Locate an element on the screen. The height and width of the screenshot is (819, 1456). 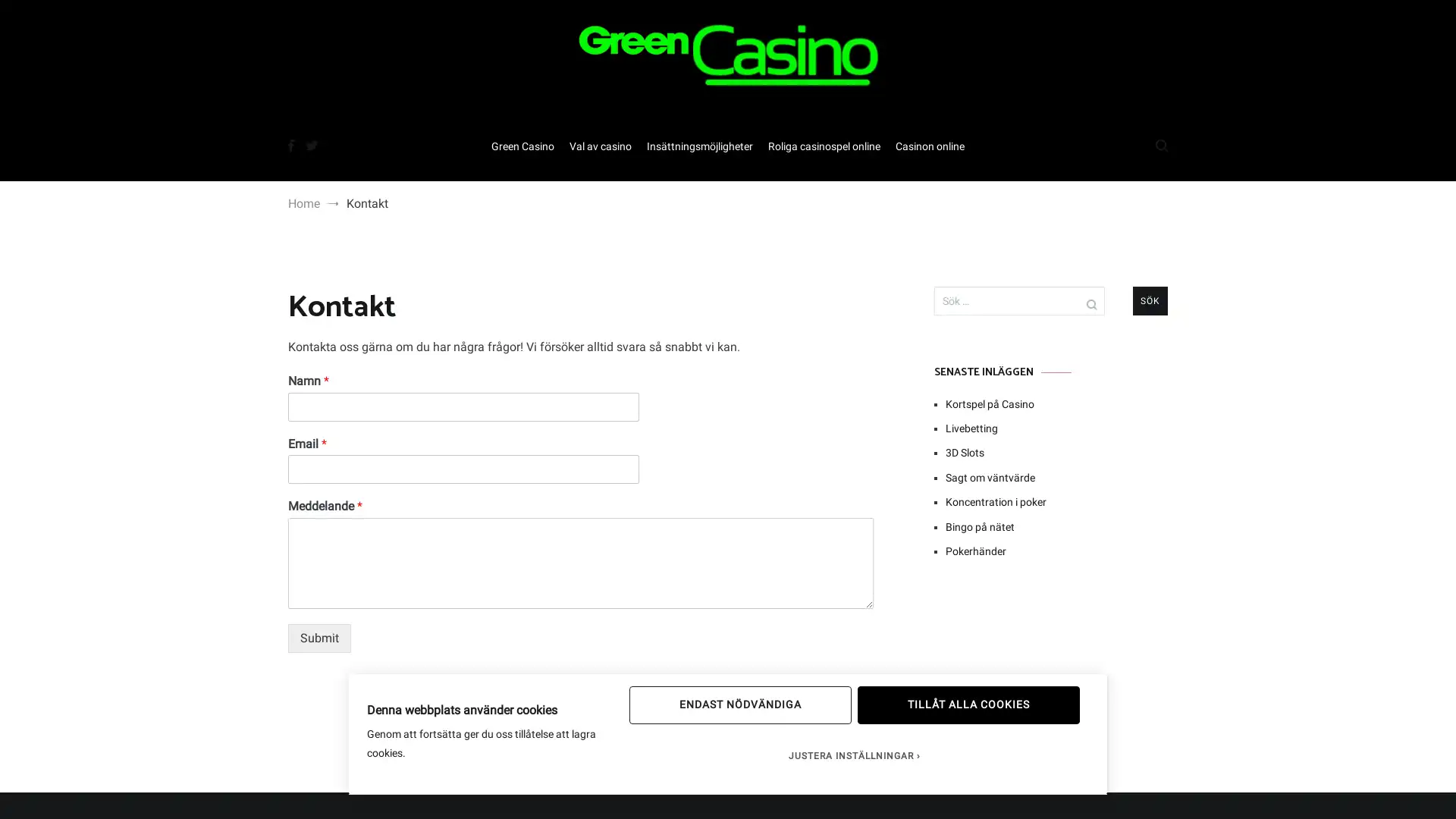
TILLAT ALLA COOKIES is located at coordinates (967, 704).